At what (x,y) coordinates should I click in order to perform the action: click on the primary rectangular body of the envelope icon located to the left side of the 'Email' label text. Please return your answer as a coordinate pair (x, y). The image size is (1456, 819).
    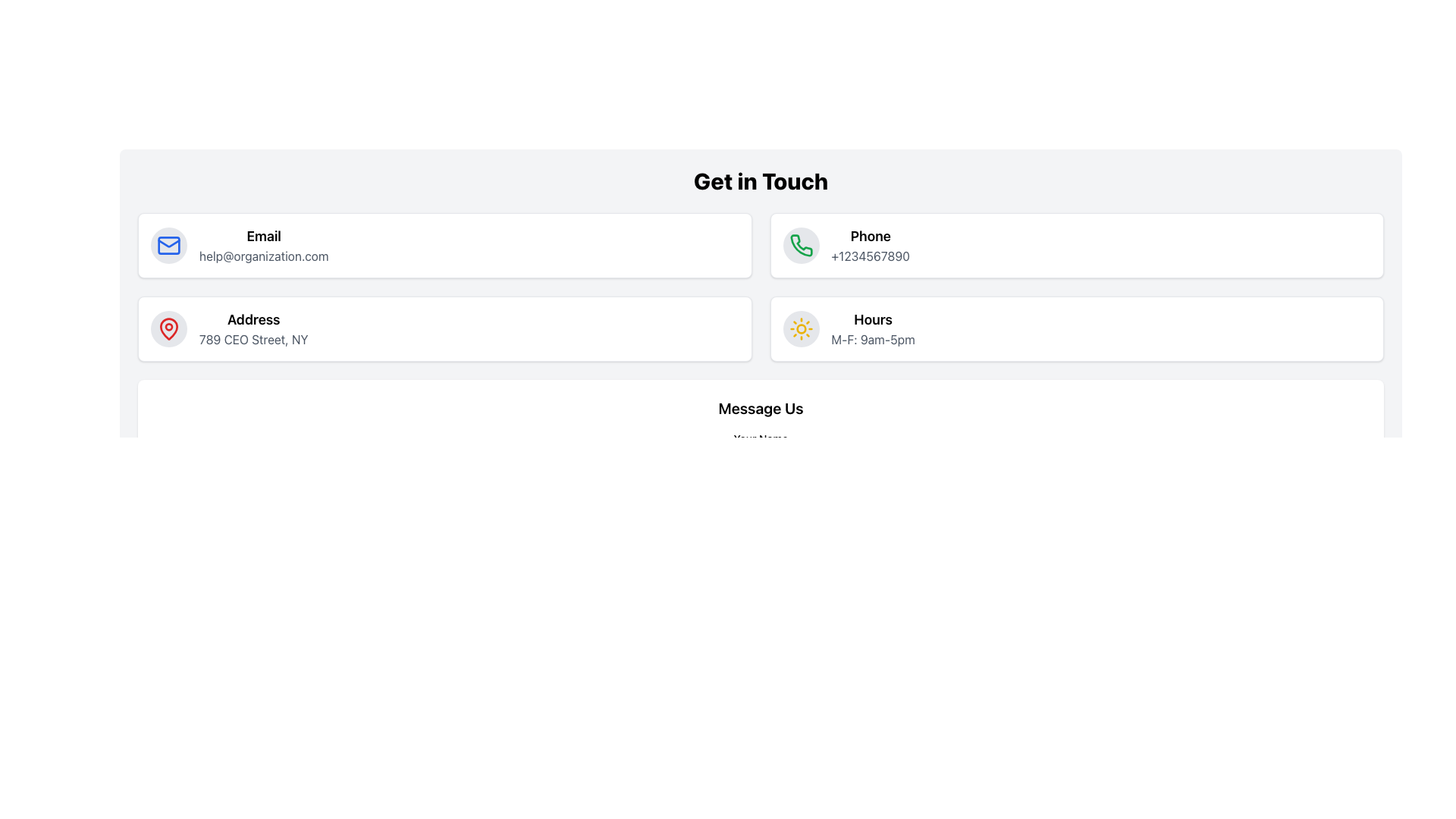
    Looking at the image, I should click on (168, 245).